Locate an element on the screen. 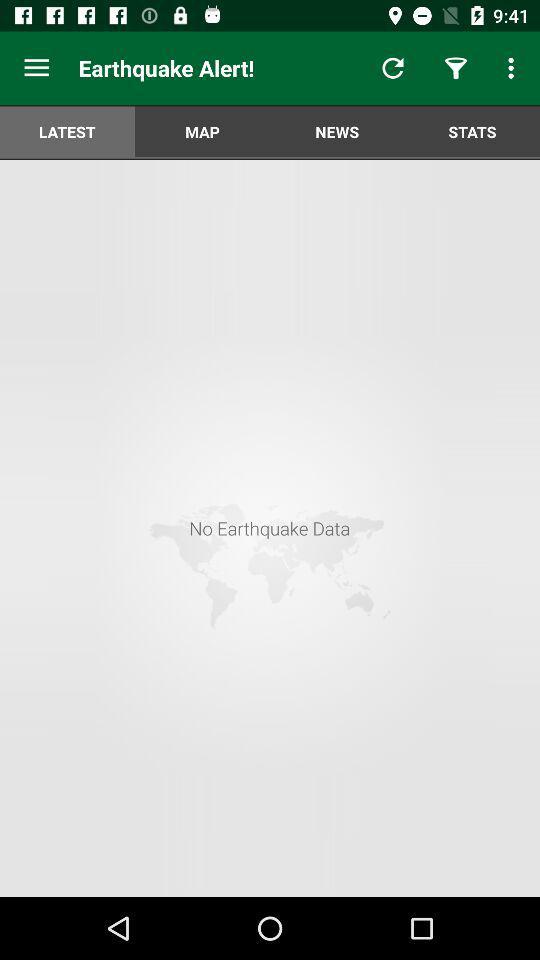  app next to the earthquake alert! icon is located at coordinates (36, 68).